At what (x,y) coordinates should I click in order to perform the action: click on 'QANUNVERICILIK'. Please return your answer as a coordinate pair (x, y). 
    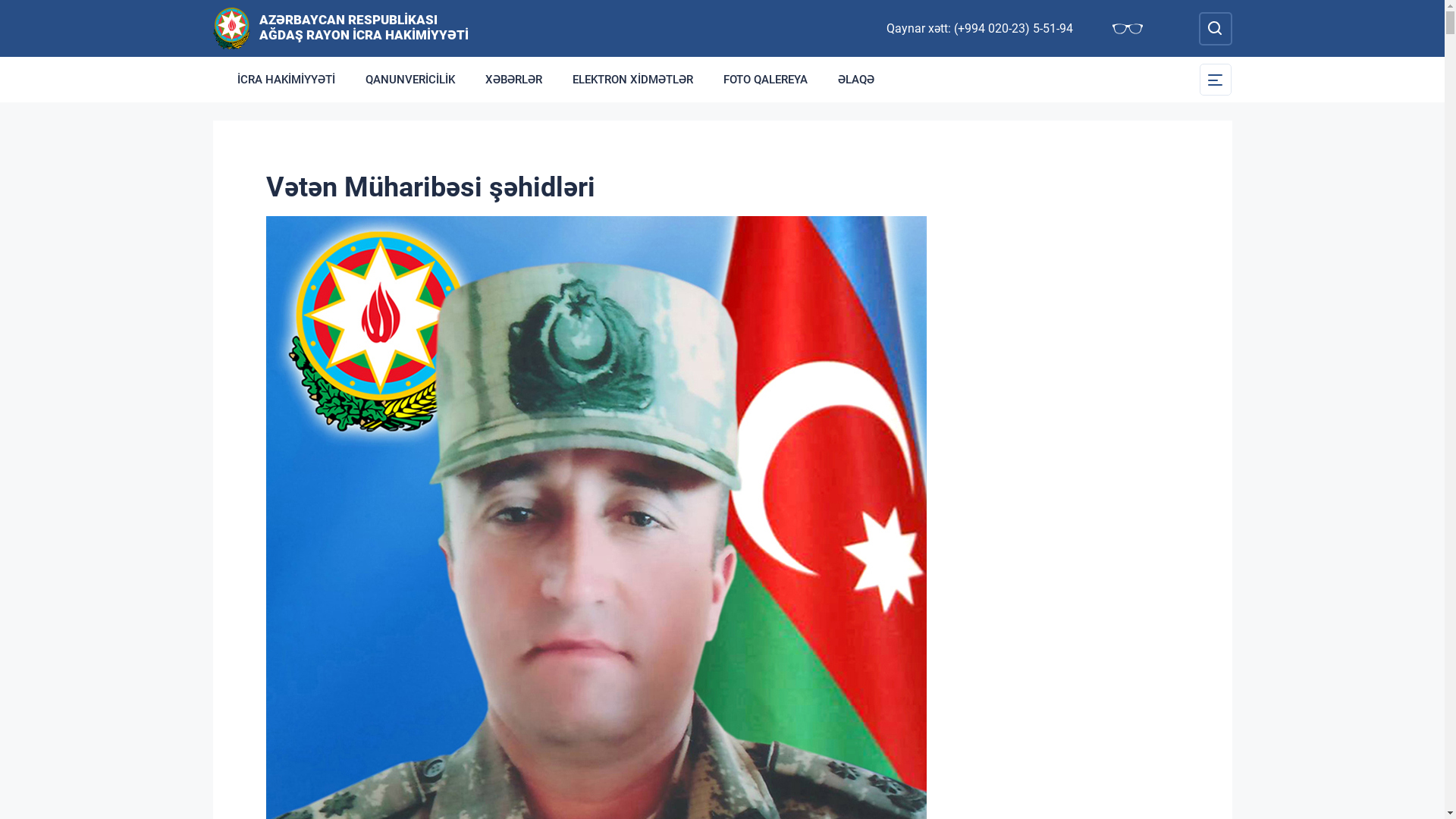
    Looking at the image, I should click on (410, 79).